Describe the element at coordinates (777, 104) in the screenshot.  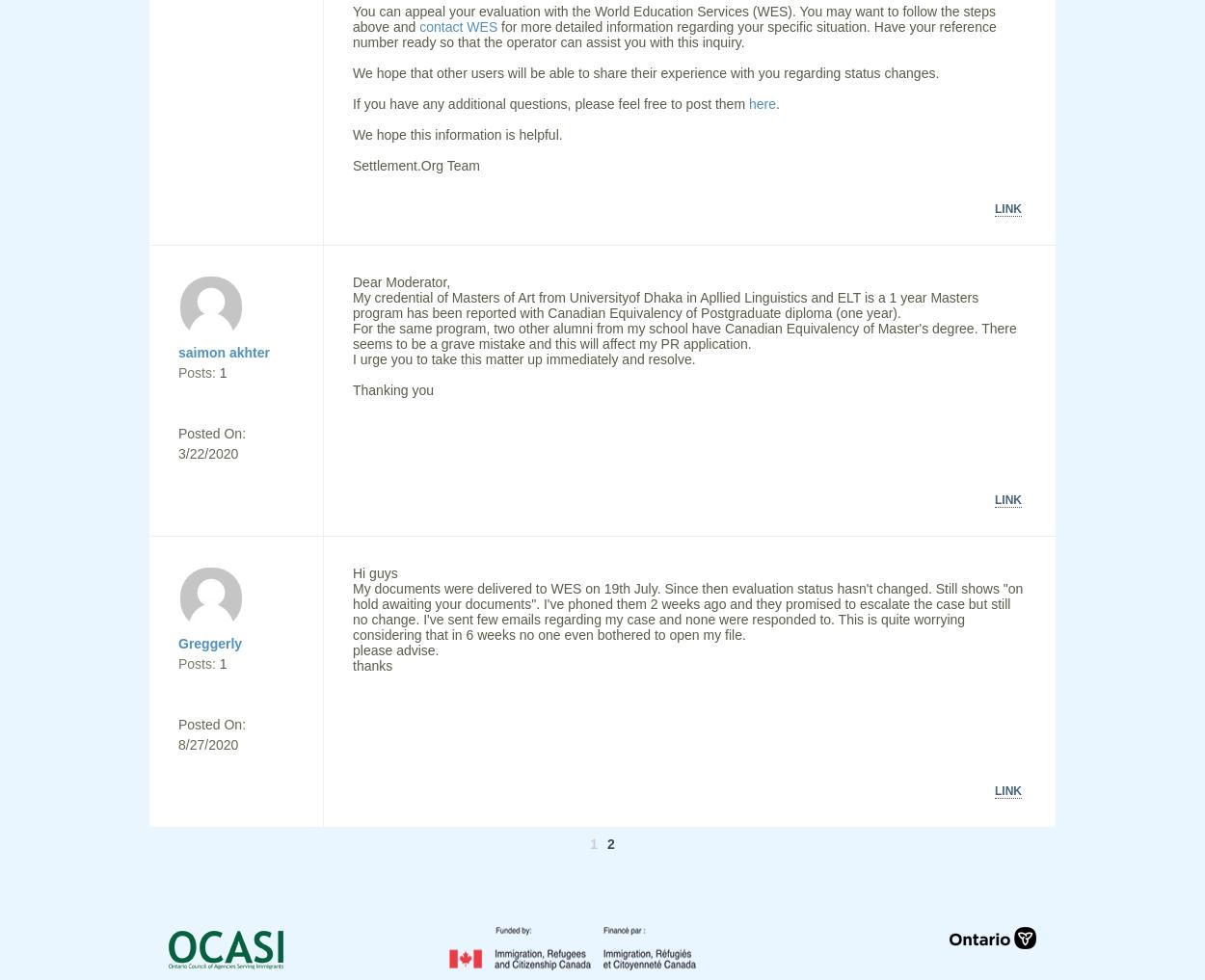
I see `'.'` at that location.